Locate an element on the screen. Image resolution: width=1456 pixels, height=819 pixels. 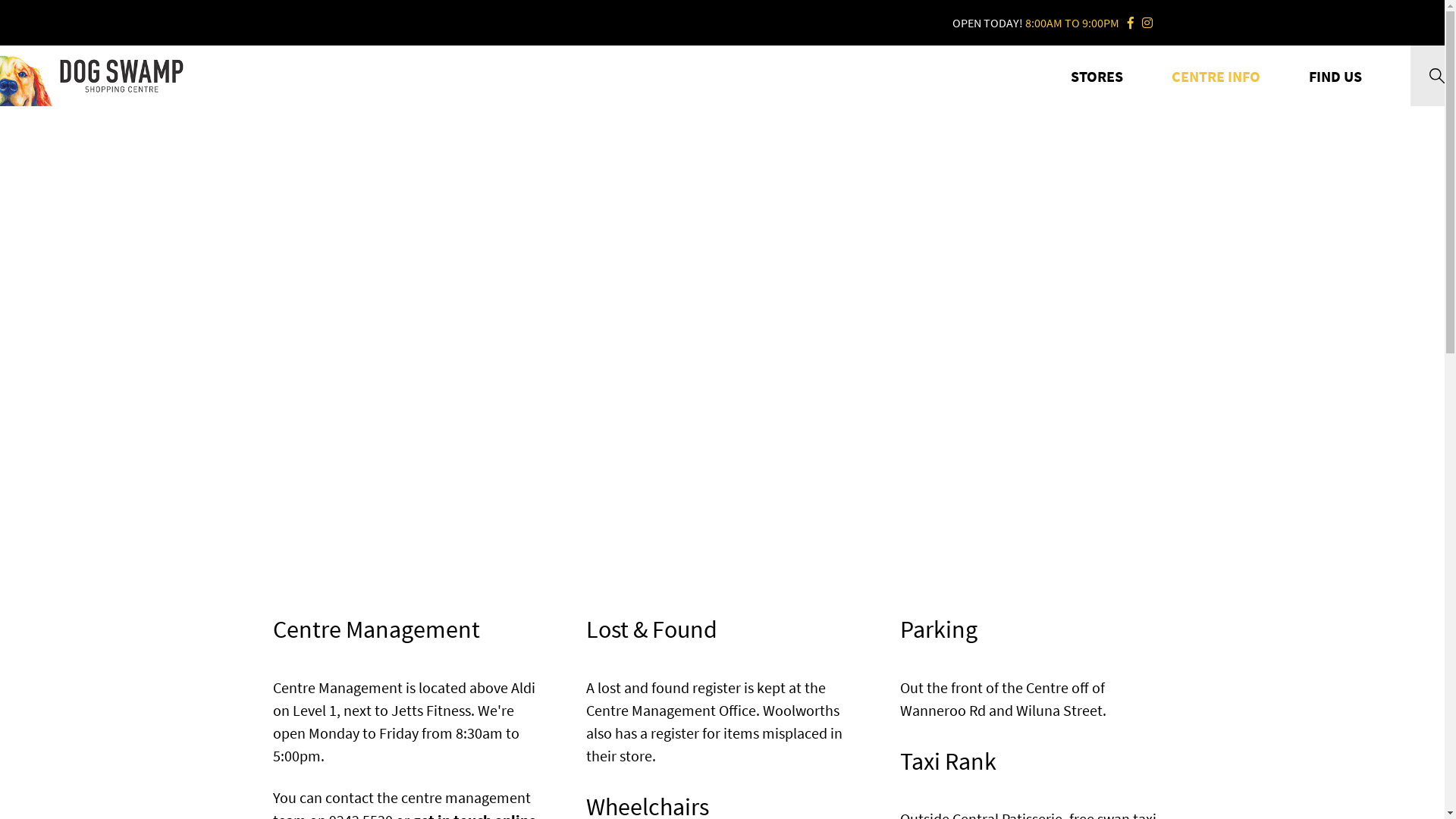
'CENTRE INFO' is located at coordinates (1216, 76).